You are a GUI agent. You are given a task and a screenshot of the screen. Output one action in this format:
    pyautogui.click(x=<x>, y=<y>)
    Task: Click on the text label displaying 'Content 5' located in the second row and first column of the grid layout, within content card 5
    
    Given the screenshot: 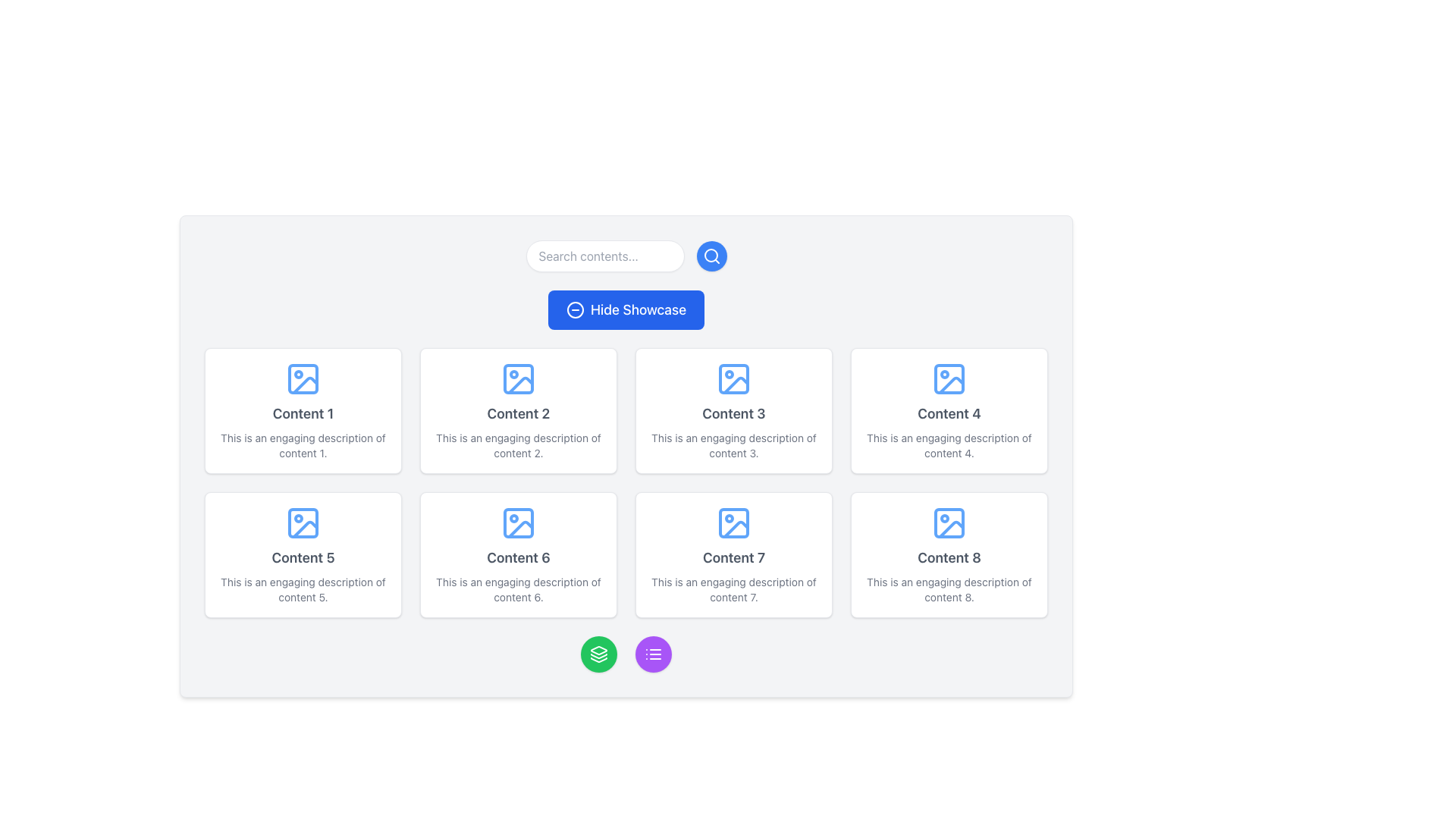 What is the action you would take?
    pyautogui.click(x=303, y=558)
    